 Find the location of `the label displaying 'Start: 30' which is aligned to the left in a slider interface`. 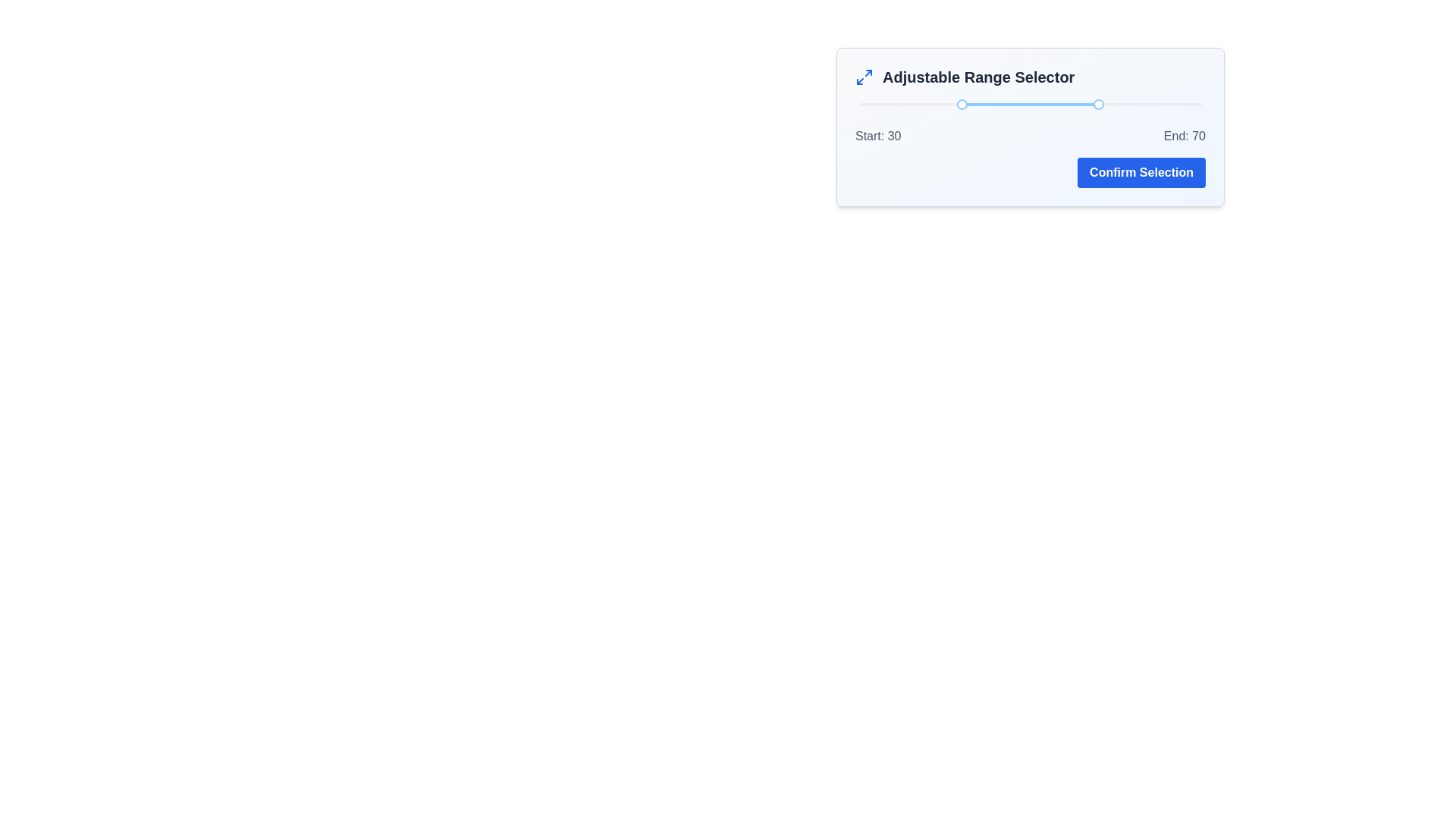

the label displaying 'Start: 30' which is aligned to the left in a slider interface is located at coordinates (878, 136).